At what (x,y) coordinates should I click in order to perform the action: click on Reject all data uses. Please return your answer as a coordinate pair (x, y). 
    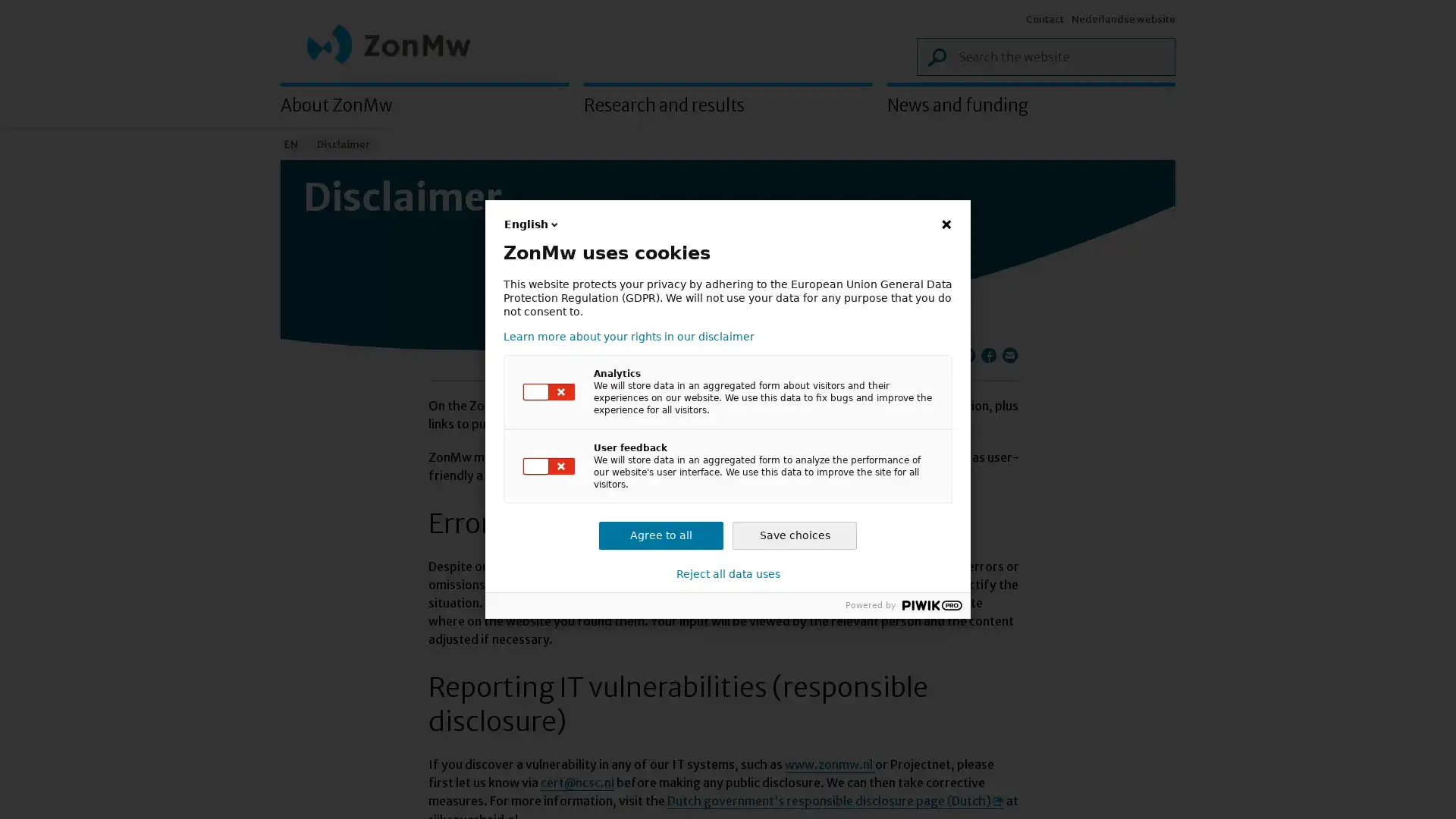
    Looking at the image, I should click on (726, 573).